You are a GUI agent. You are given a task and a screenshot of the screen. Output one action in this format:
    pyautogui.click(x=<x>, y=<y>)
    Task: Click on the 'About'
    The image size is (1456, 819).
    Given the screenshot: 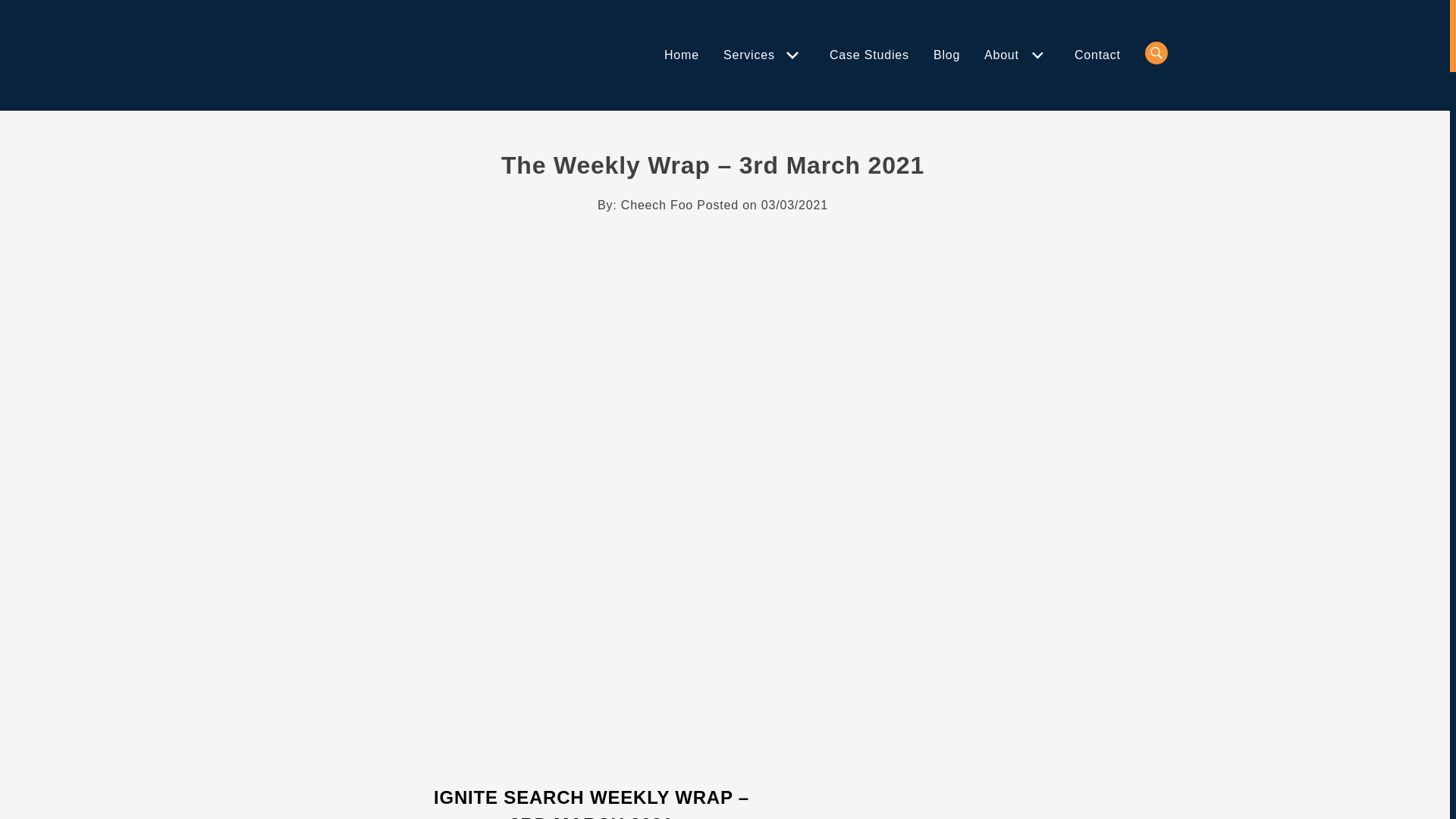 What is the action you would take?
    pyautogui.click(x=1005, y=55)
    